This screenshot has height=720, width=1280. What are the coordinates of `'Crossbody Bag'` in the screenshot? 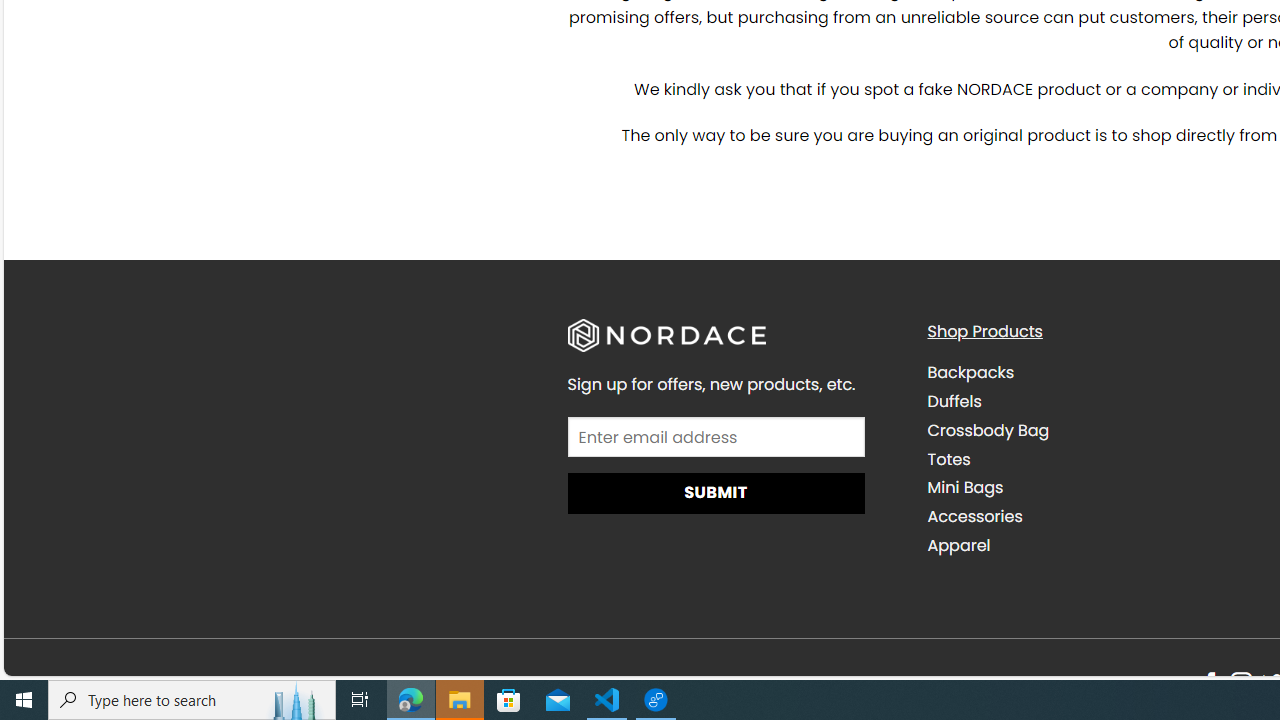 It's located at (988, 429).